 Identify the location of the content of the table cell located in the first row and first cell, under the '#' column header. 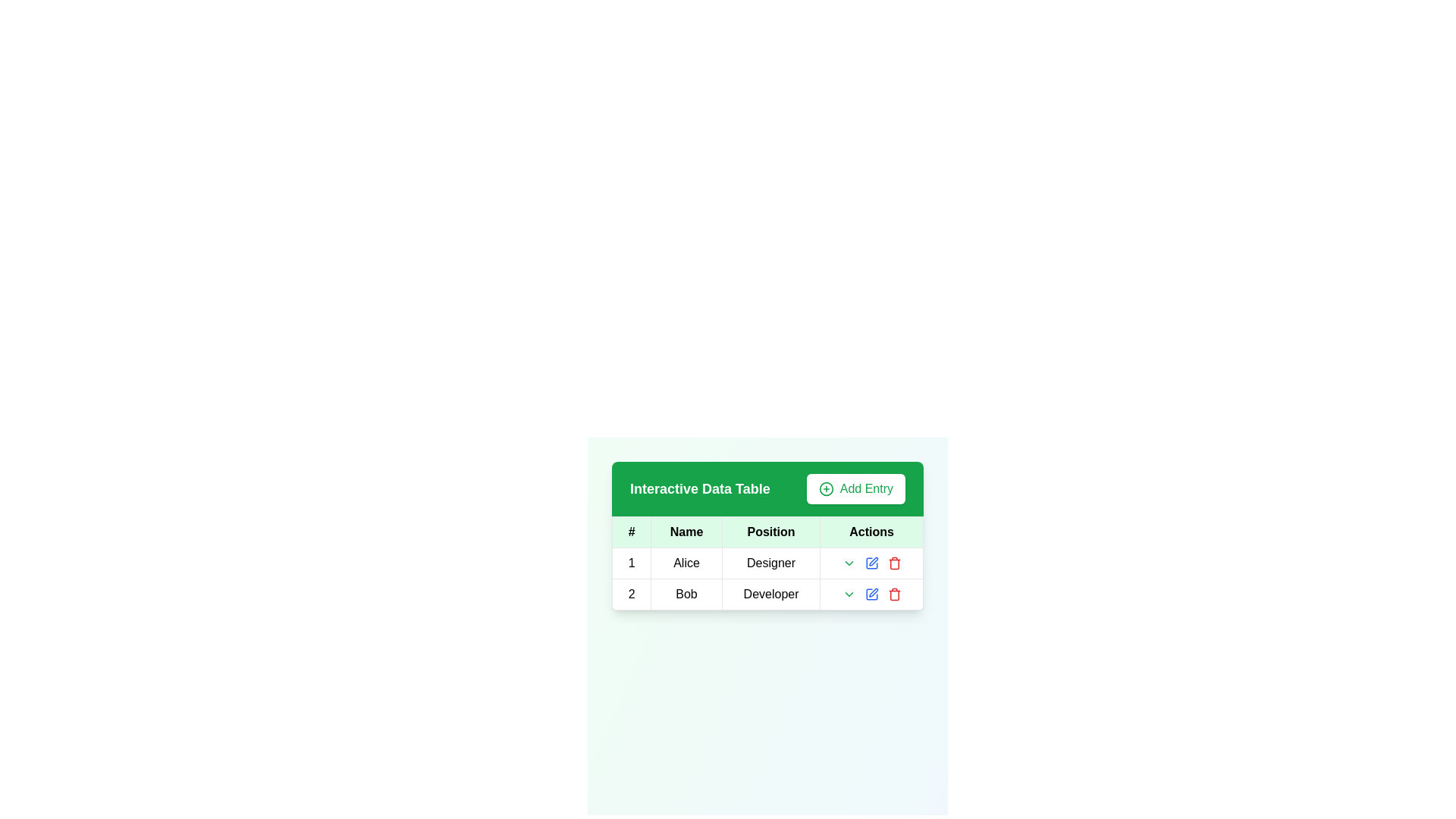
(632, 563).